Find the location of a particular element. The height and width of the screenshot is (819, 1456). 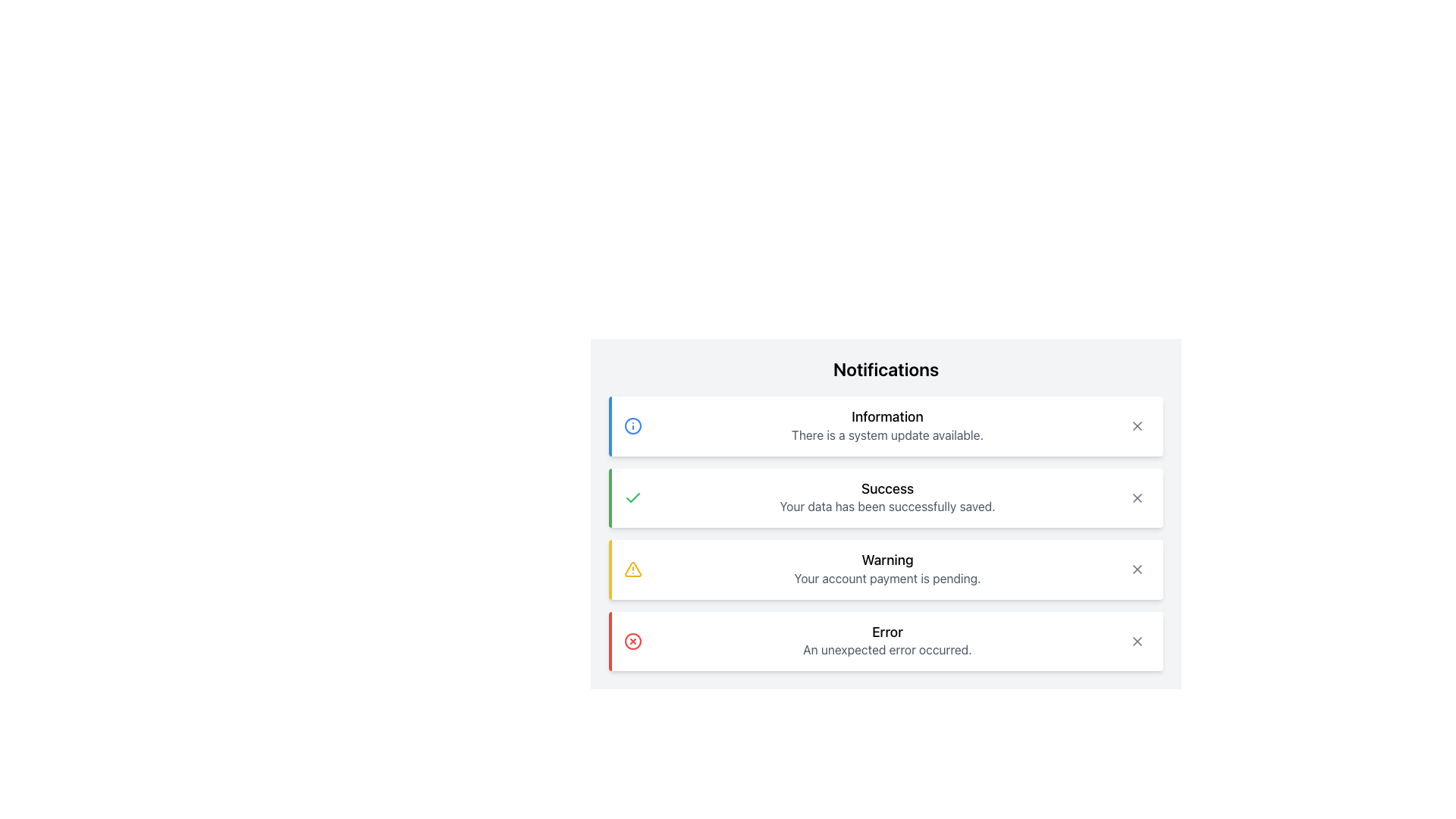

the 'X' icon in the top-right corner of the 'Warning' notification box is located at coordinates (1137, 570).